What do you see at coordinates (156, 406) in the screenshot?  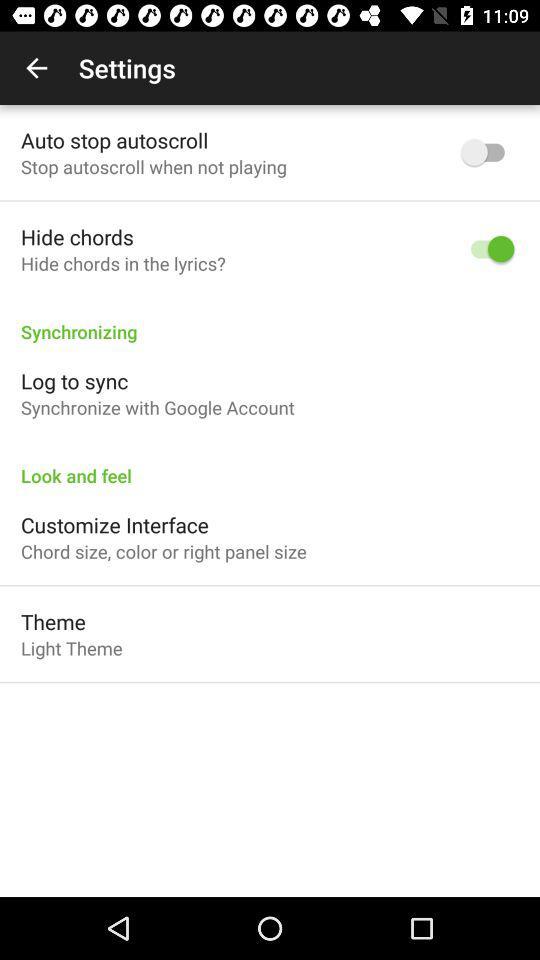 I see `the item below log to sync` at bounding box center [156, 406].